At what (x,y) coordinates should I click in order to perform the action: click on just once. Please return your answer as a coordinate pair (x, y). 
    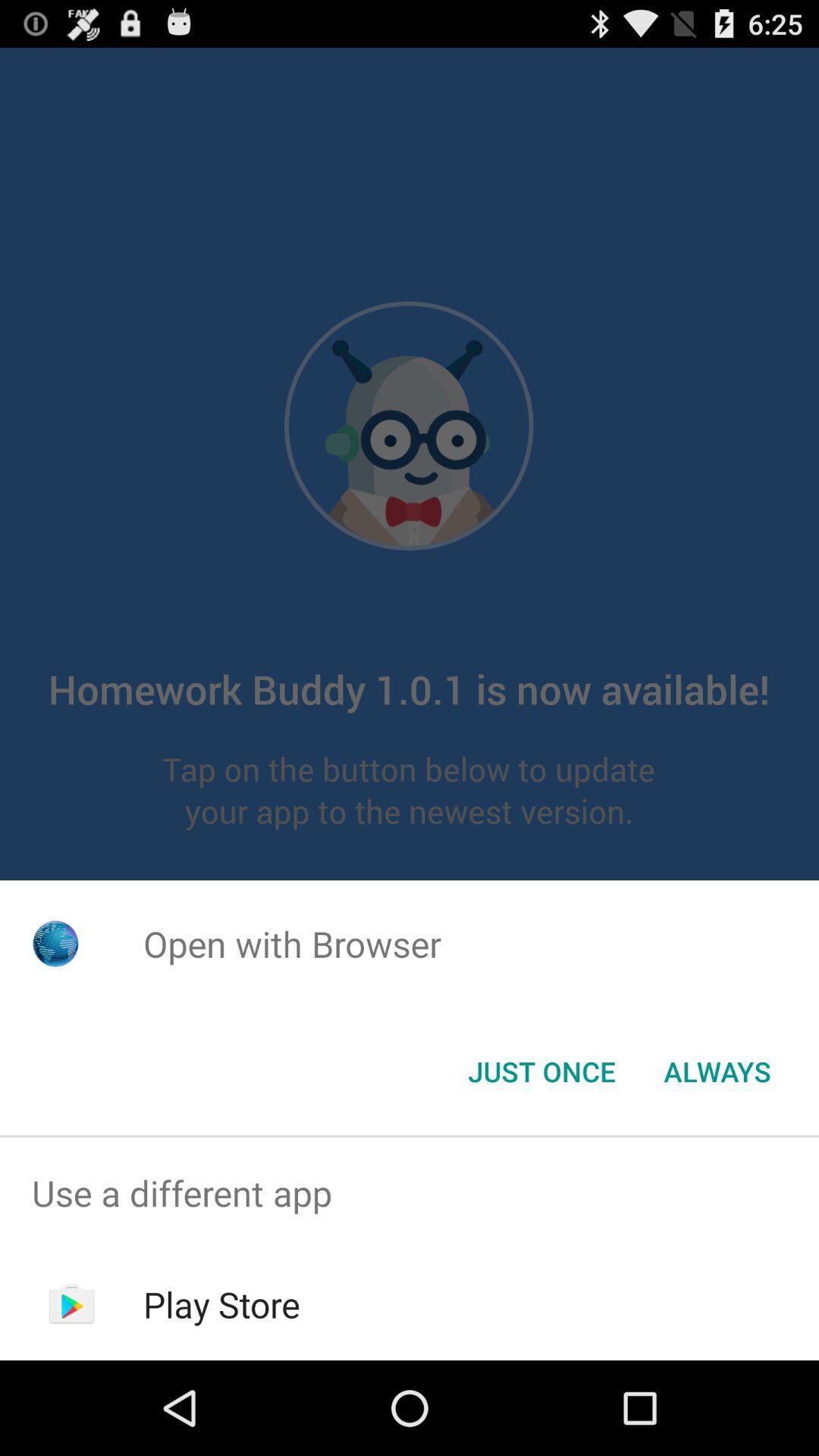
    Looking at the image, I should click on (541, 1070).